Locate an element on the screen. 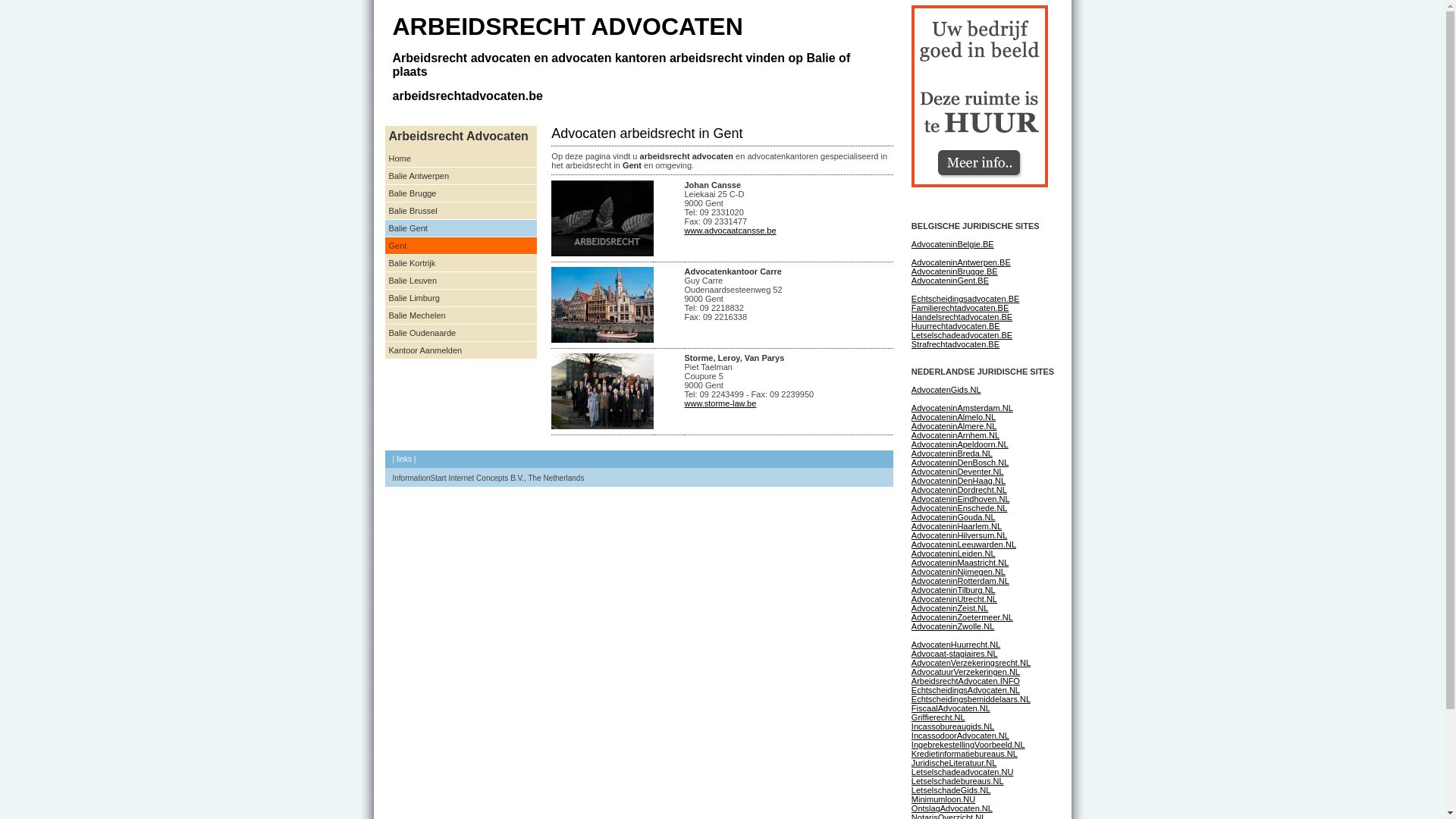 The height and width of the screenshot is (819, 1456). 'Kredietinformatiebureaus.NL' is located at coordinates (964, 754).